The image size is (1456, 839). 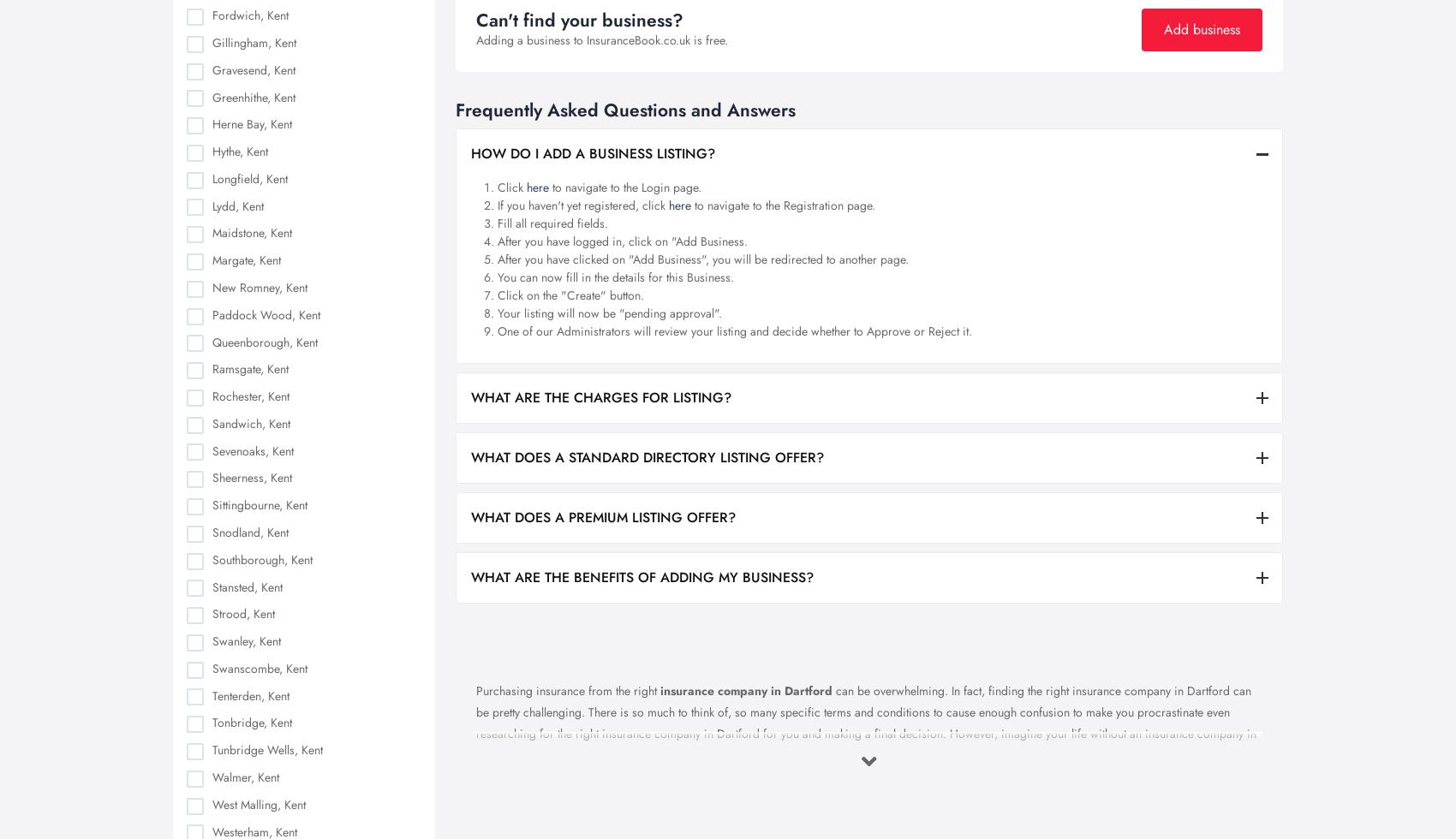 I want to click on 'Cookies Settings', so click(x=927, y=645).